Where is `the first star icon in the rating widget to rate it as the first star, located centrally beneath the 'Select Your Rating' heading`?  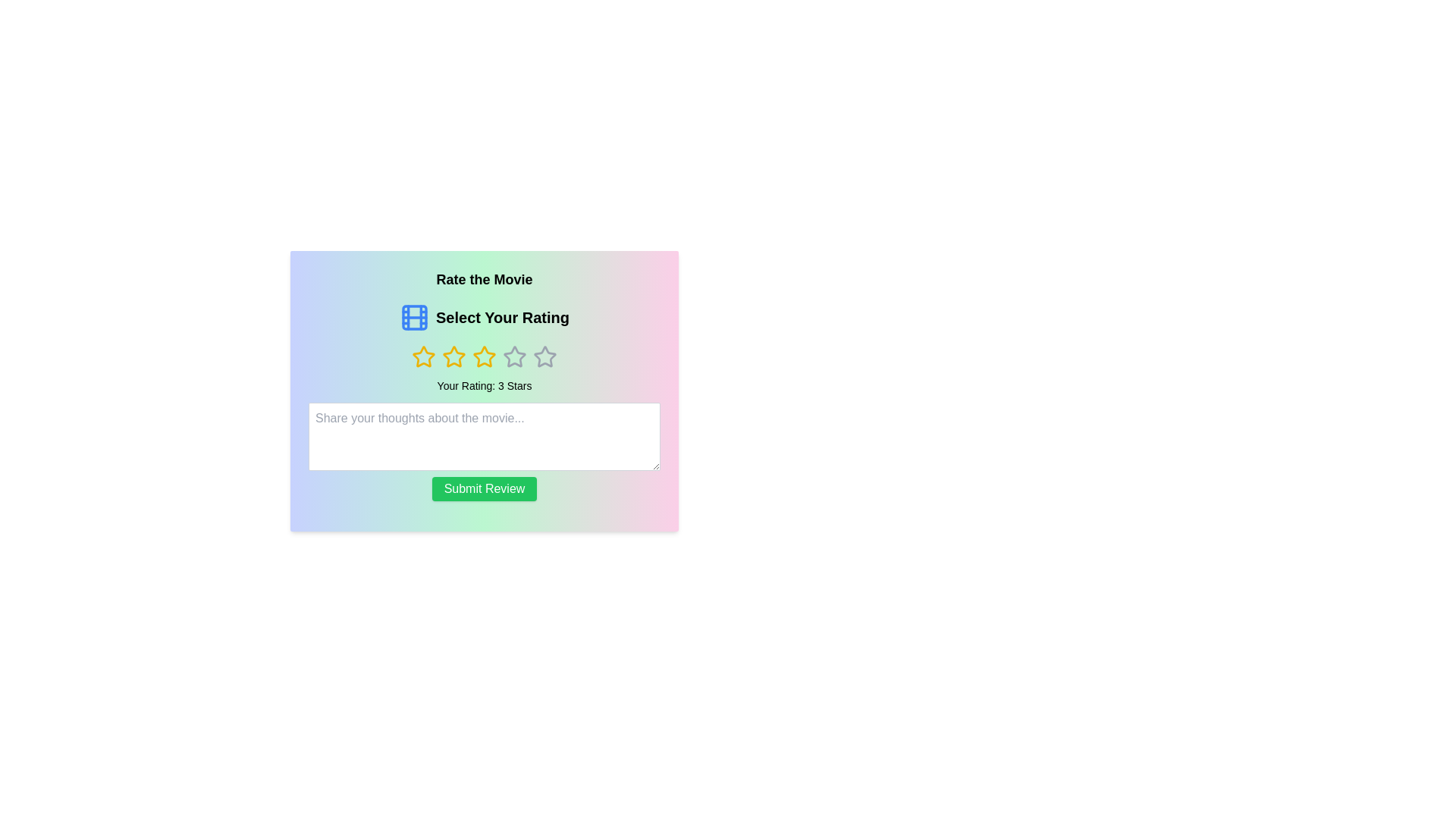
the first star icon in the rating widget to rate it as the first star, located centrally beneath the 'Select Your Rating' heading is located at coordinates (423, 356).